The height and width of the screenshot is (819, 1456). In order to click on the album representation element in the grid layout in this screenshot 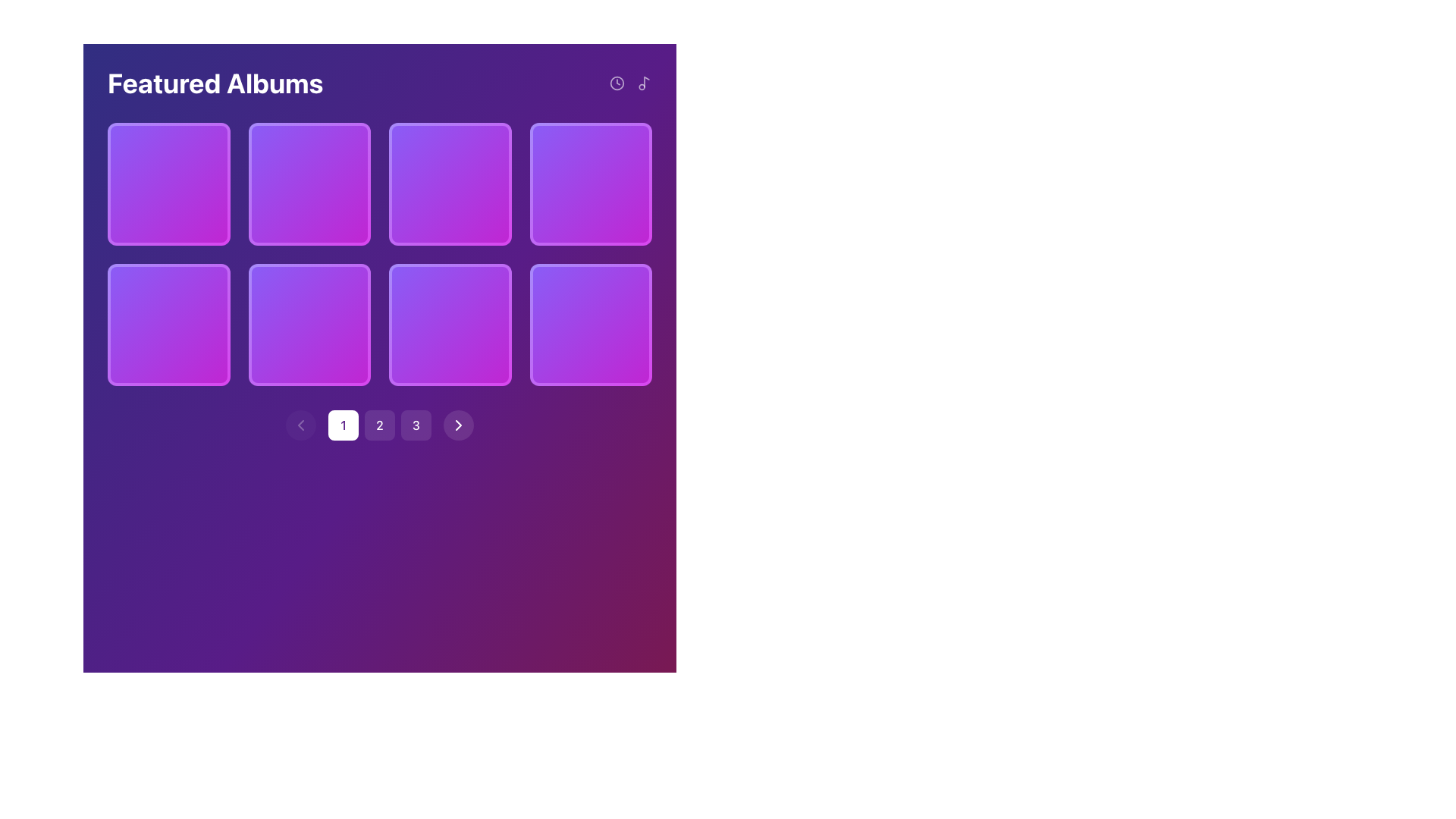, I will do `click(168, 324)`.